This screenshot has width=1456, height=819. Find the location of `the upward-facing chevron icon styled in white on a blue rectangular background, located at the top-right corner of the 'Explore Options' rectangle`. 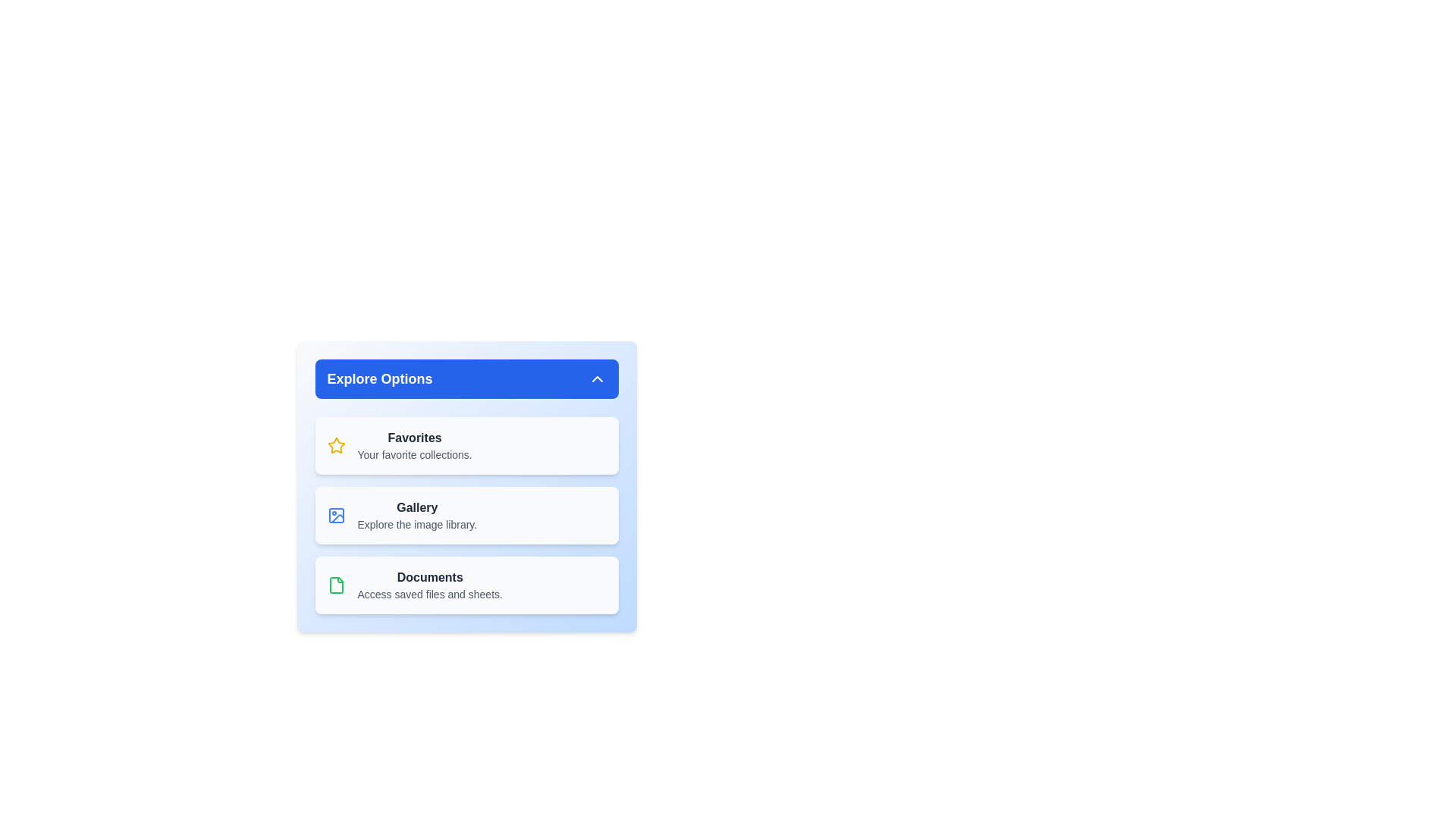

the upward-facing chevron icon styled in white on a blue rectangular background, located at the top-right corner of the 'Explore Options' rectangle is located at coordinates (596, 378).